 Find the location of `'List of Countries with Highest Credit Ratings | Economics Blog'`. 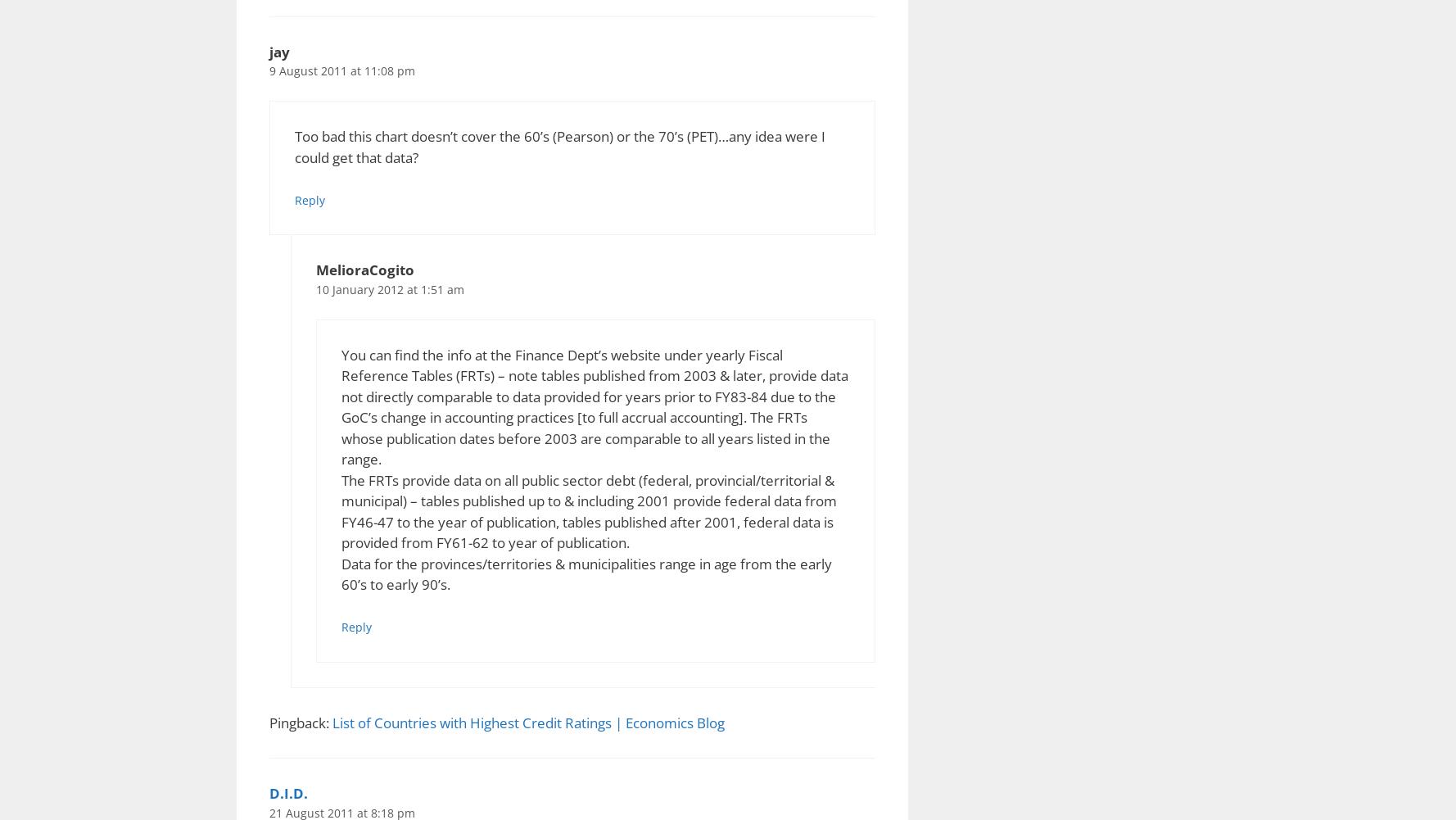

'List of Countries with Highest Credit Ratings | Economics Blog' is located at coordinates (528, 722).